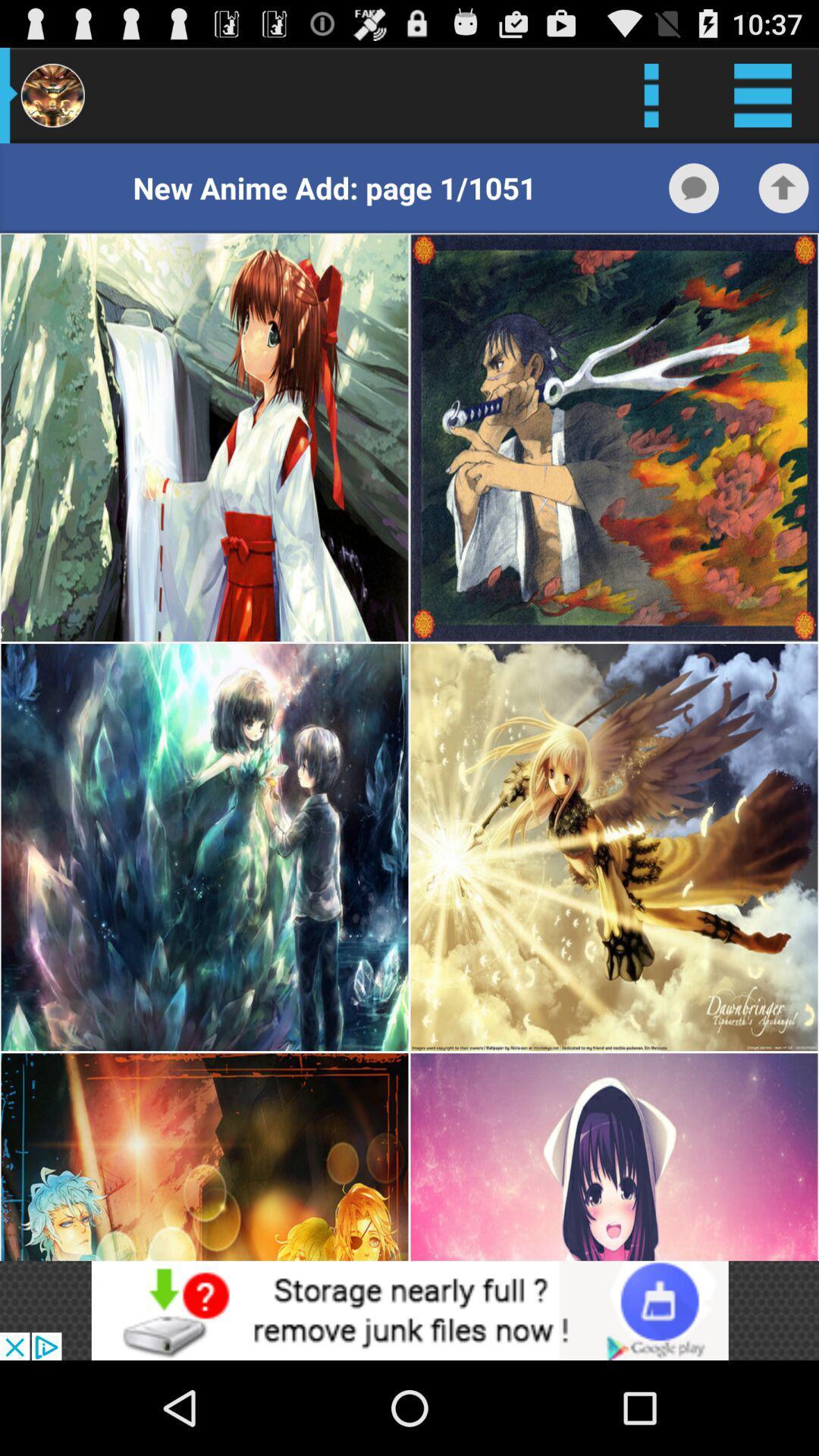 This screenshot has width=819, height=1456. Describe the element at coordinates (783, 187) in the screenshot. I see `go up` at that location.